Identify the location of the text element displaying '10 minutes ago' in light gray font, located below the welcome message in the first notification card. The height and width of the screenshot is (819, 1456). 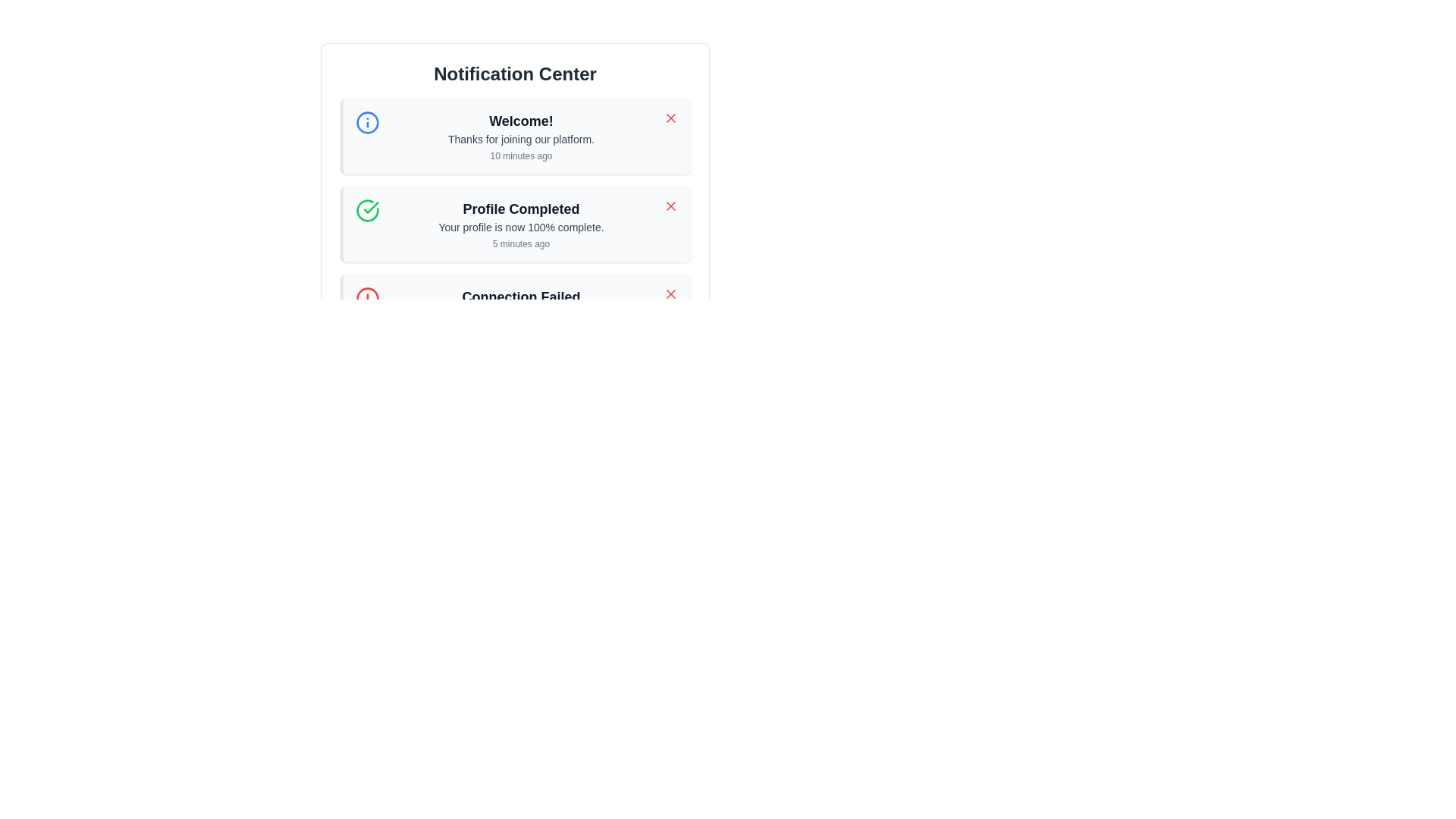
(521, 155).